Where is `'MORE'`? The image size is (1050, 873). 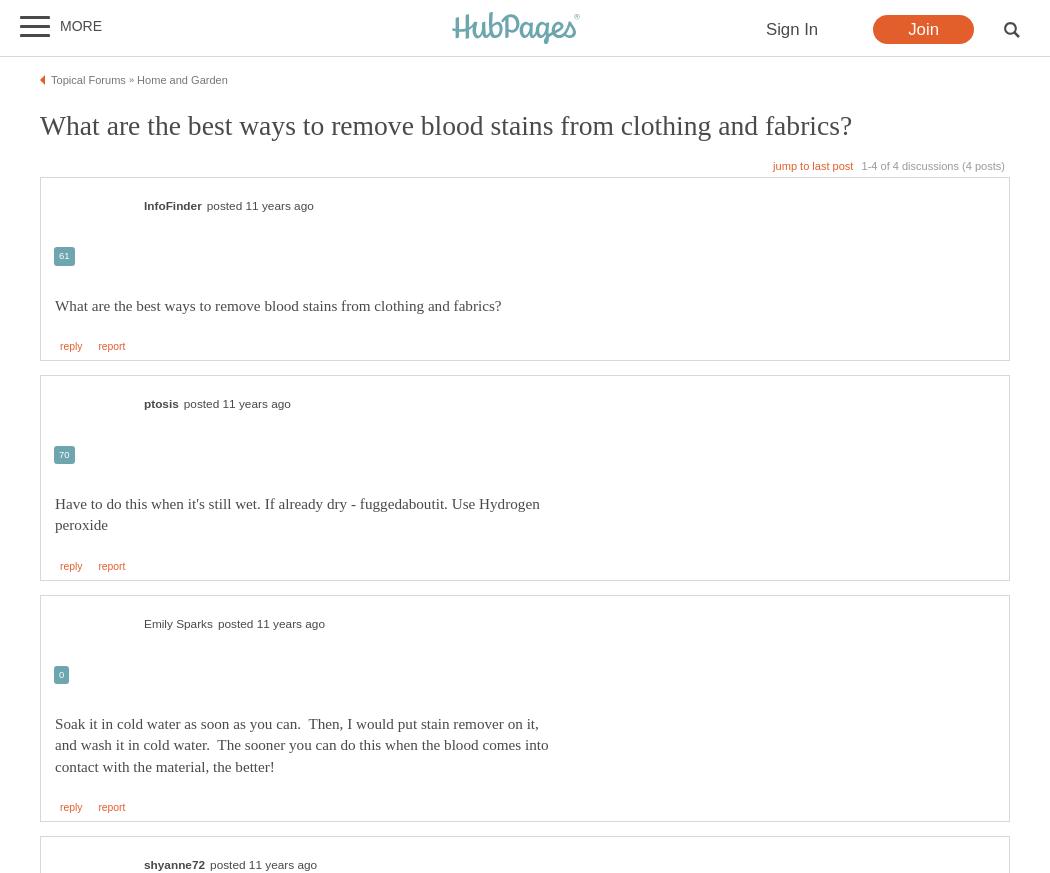 'MORE' is located at coordinates (80, 25).